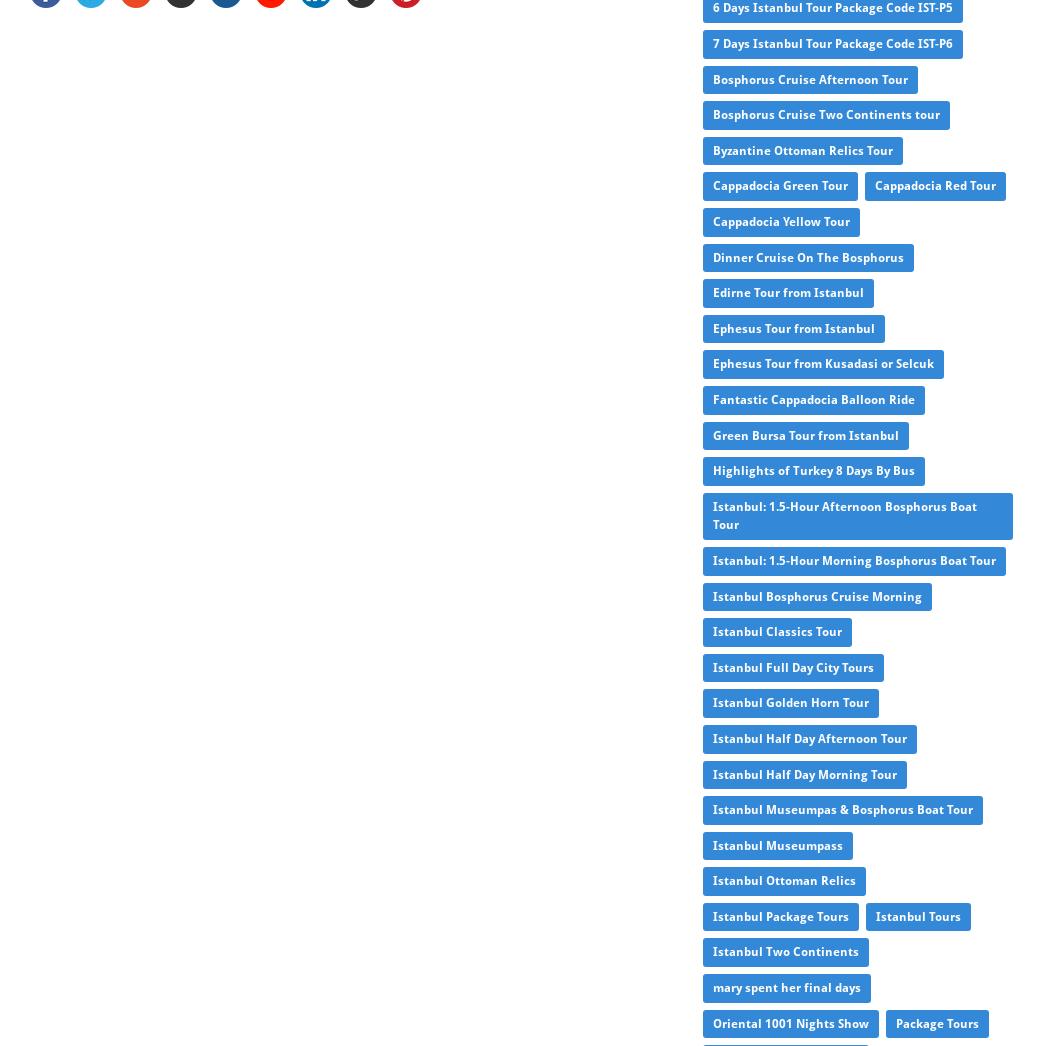  What do you see at coordinates (826, 113) in the screenshot?
I see `'Bosphorus Cruise Two Continents tour'` at bounding box center [826, 113].